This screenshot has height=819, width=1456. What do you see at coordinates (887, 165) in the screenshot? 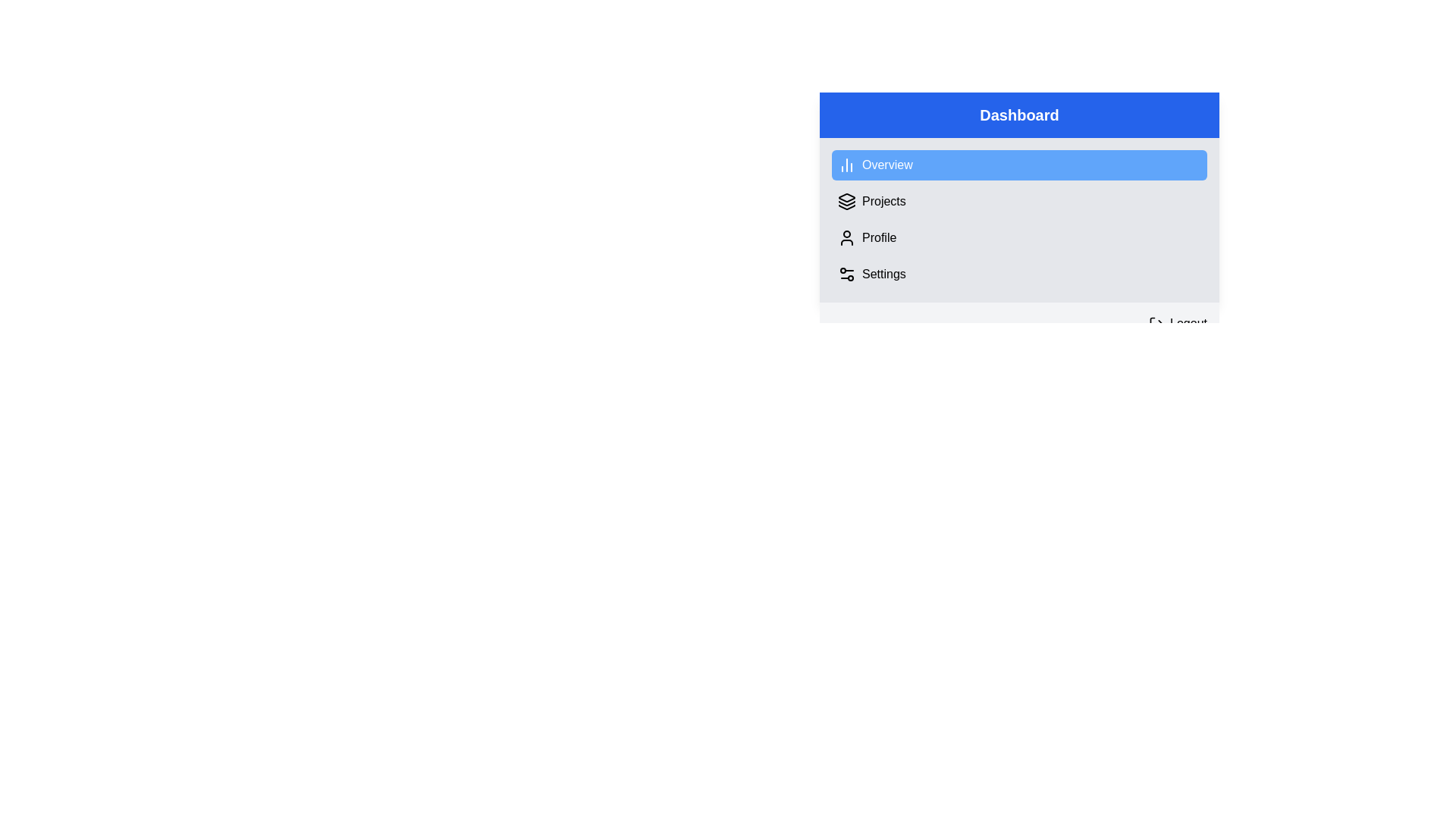
I see `the 'Overview' text label located at the top of the vertical menu list` at bounding box center [887, 165].